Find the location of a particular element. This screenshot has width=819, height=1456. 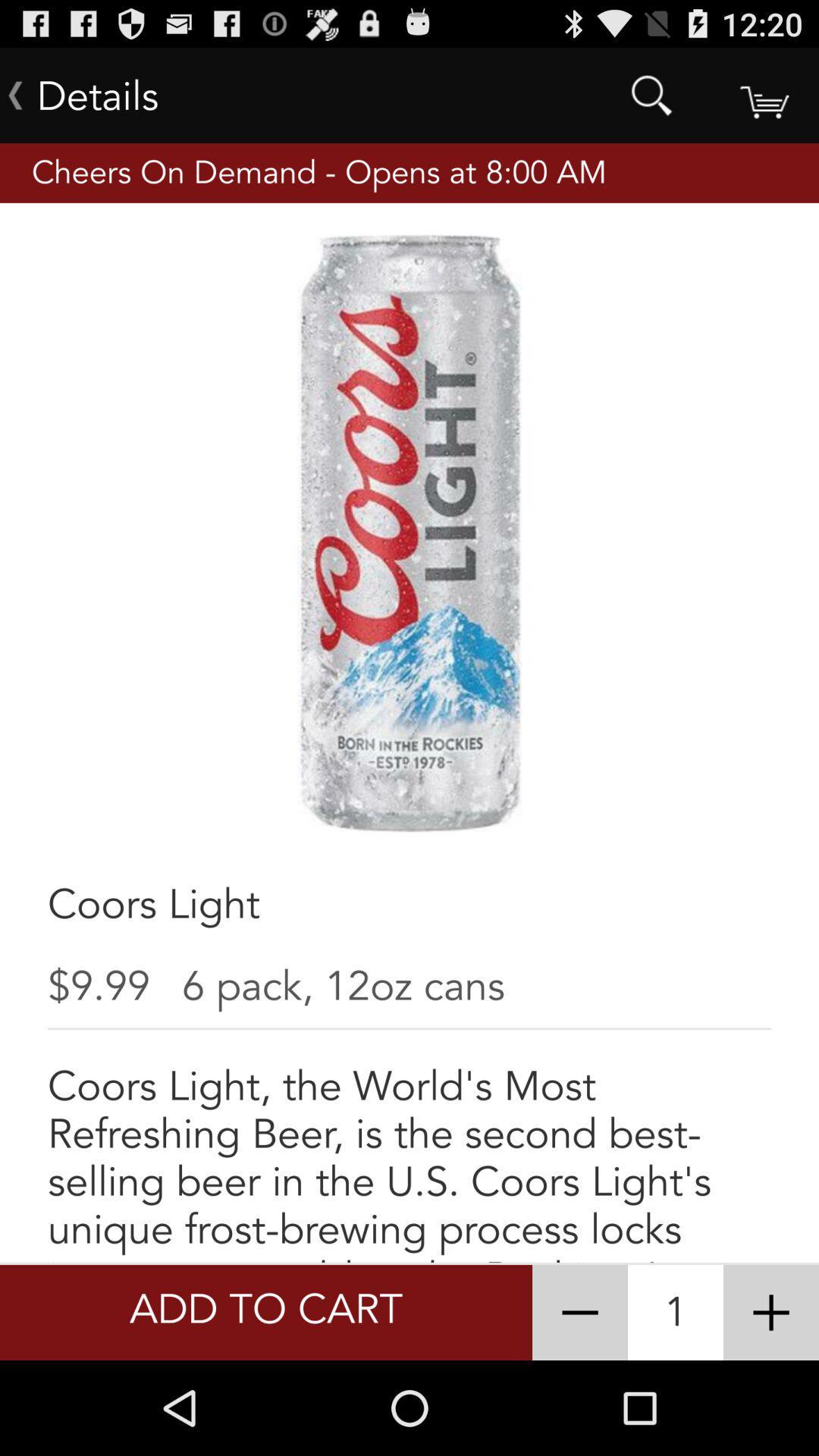

shopping cart add to cart is located at coordinates (763, 94).